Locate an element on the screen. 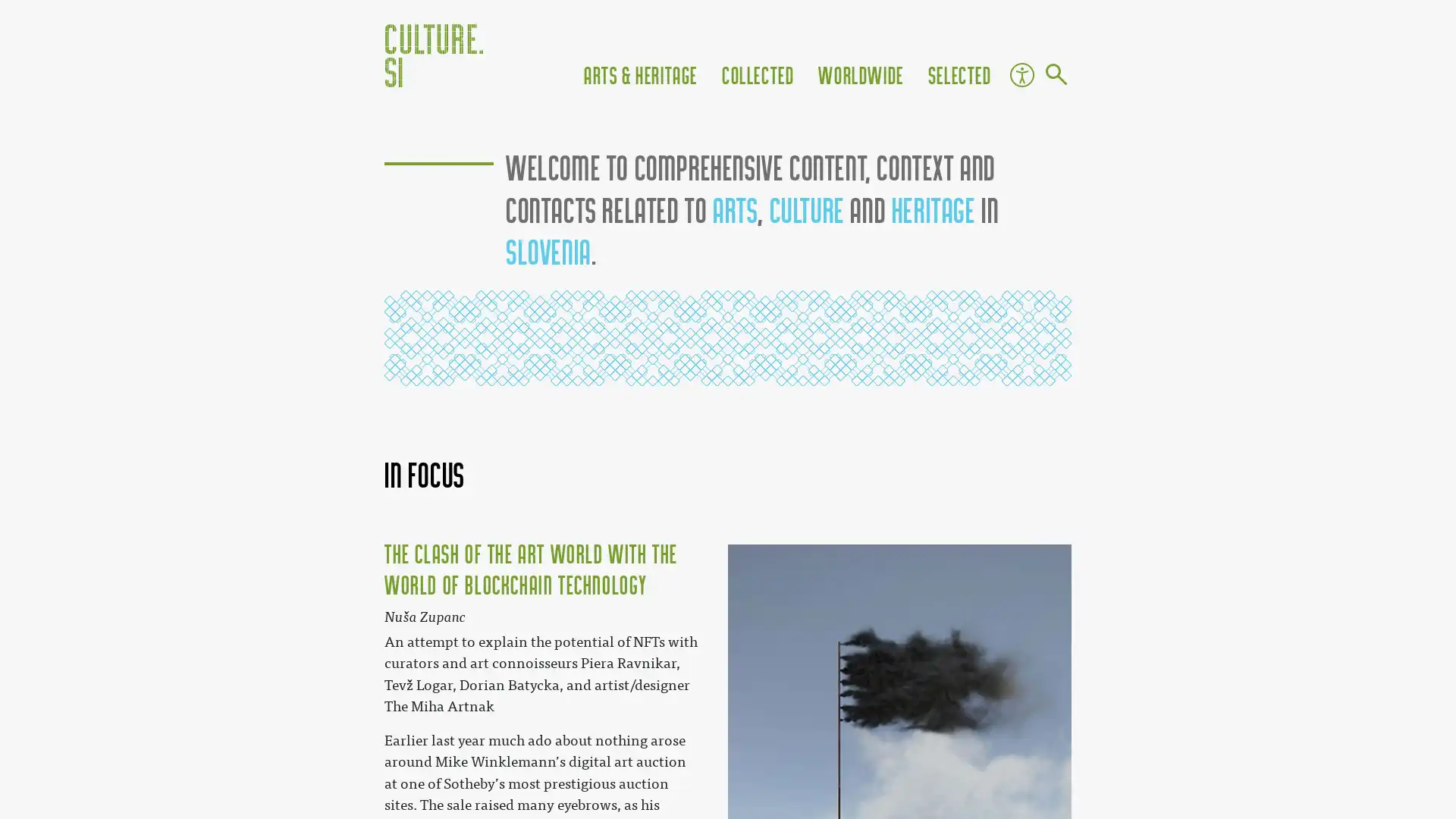 The height and width of the screenshot is (819, 1456). Go to page is located at coordinates (1055, 76).